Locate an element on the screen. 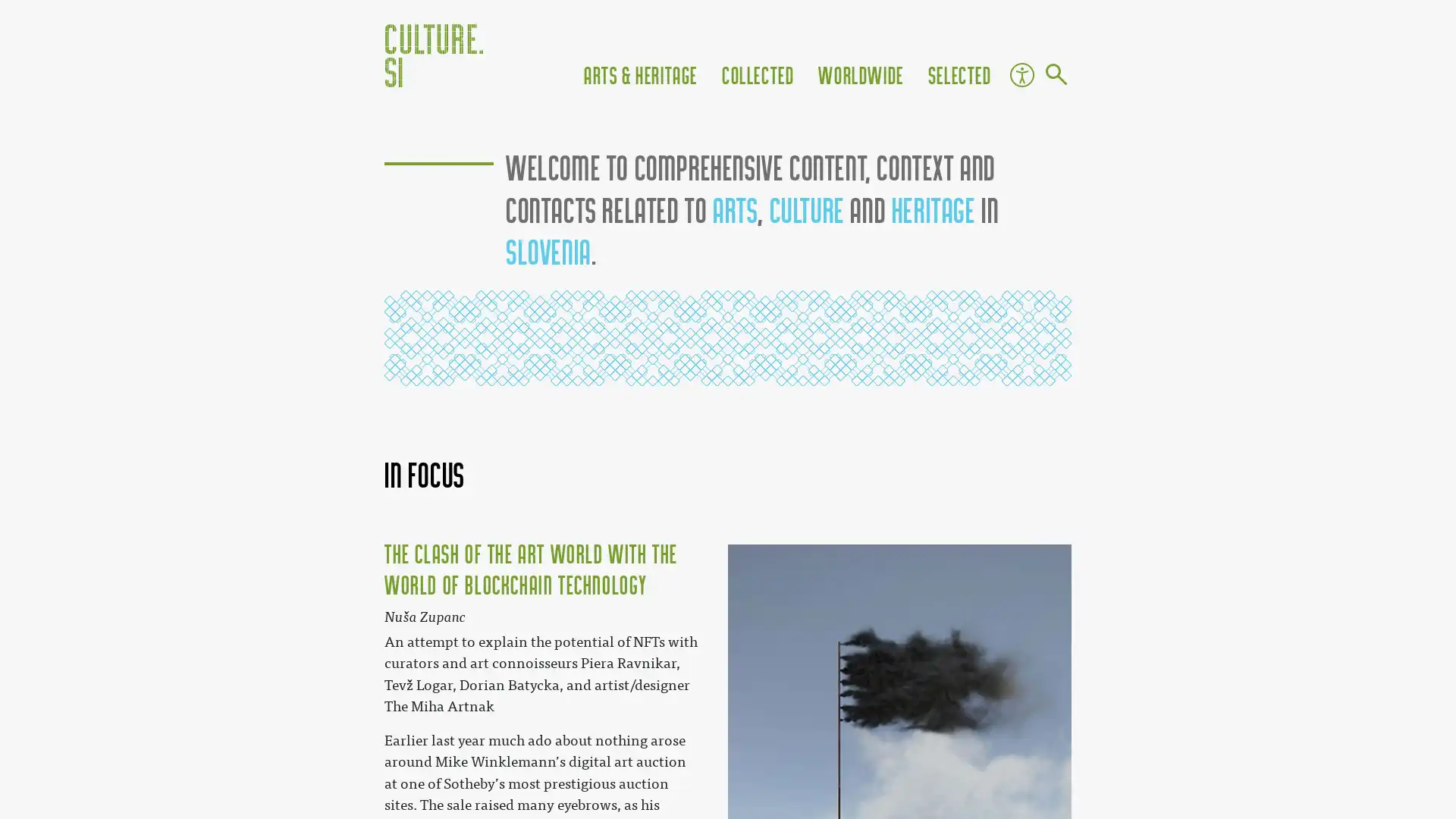 The height and width of the screenshot is (819, 1456). Go to page is located at coordinates (1055, 76).